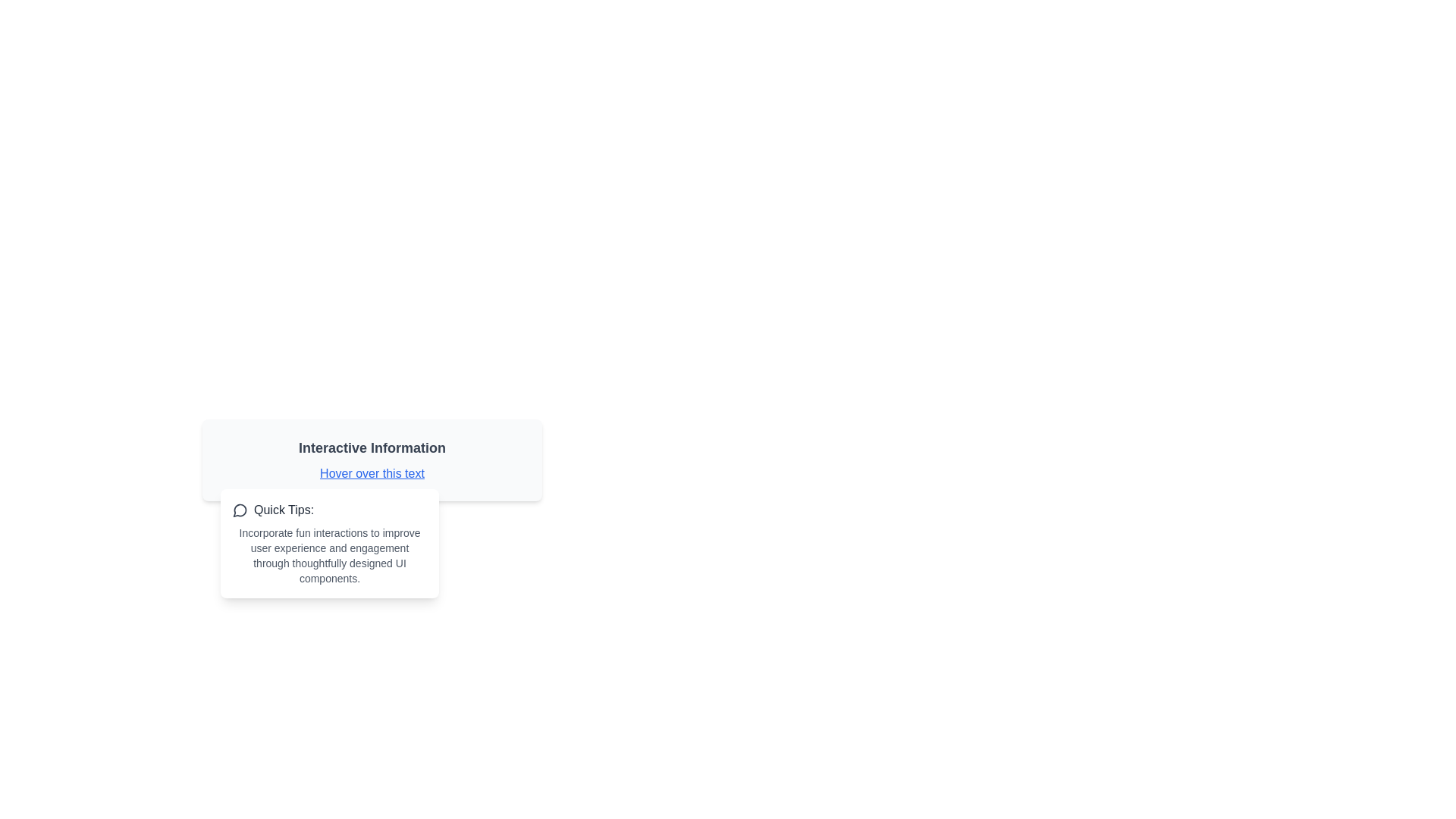 Image resolution: width=1456 pixels, height=819 pixels. What do you see at coordinates (239, 510) in the screenshot?
I see `the small circular chat bubble icon with a gray stroke outline, positioned to the left of the 'Quick Tips:' label` at bounding box center [239, 510].